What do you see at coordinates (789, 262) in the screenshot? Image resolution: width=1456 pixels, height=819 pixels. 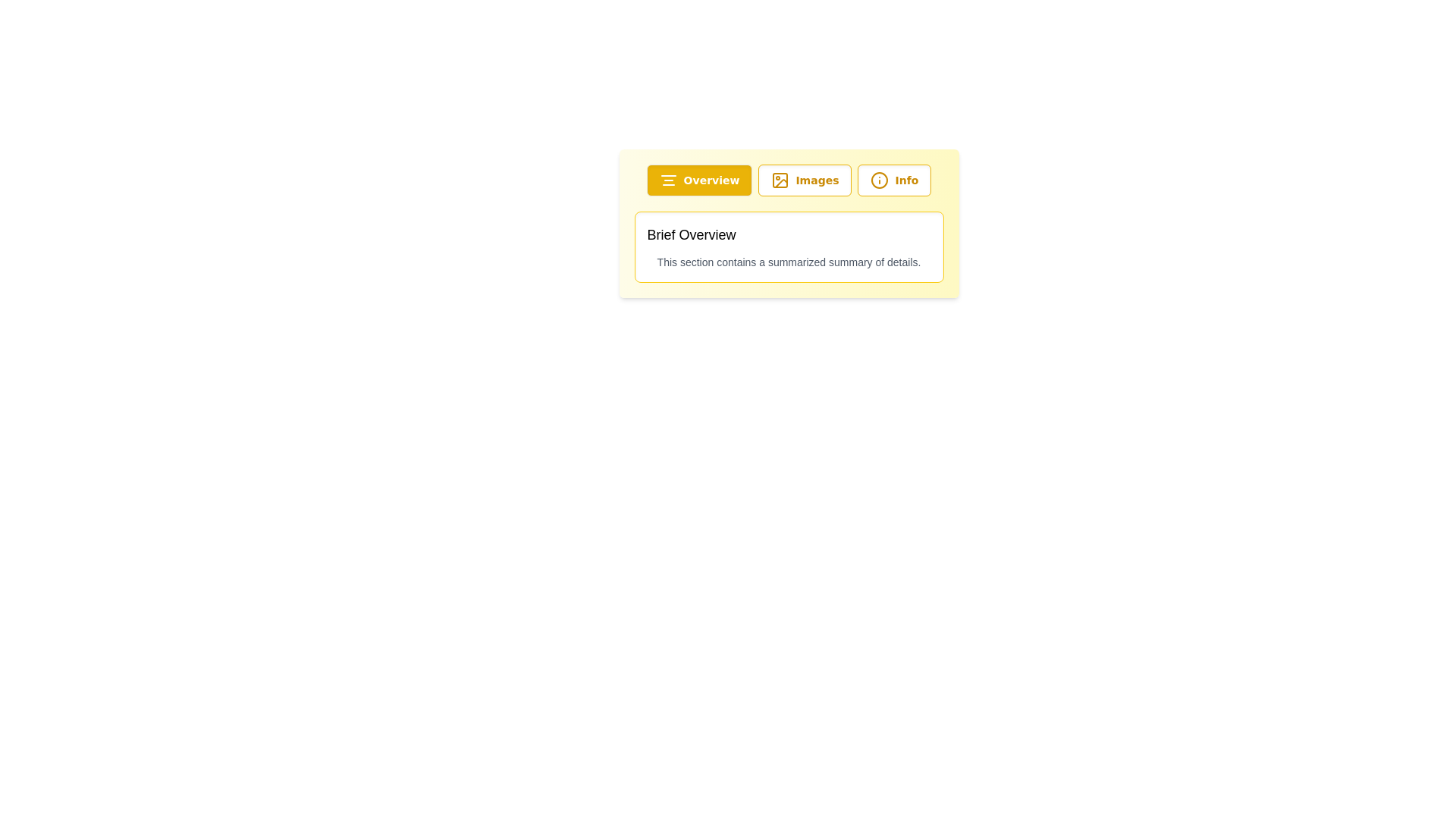 I see `the text display element that contains the sentence 'This section contains a summarized summary of details.' located below the title 'Brief Overview' in a card-like structure with a yellow background` at bounding box center [789, 262].